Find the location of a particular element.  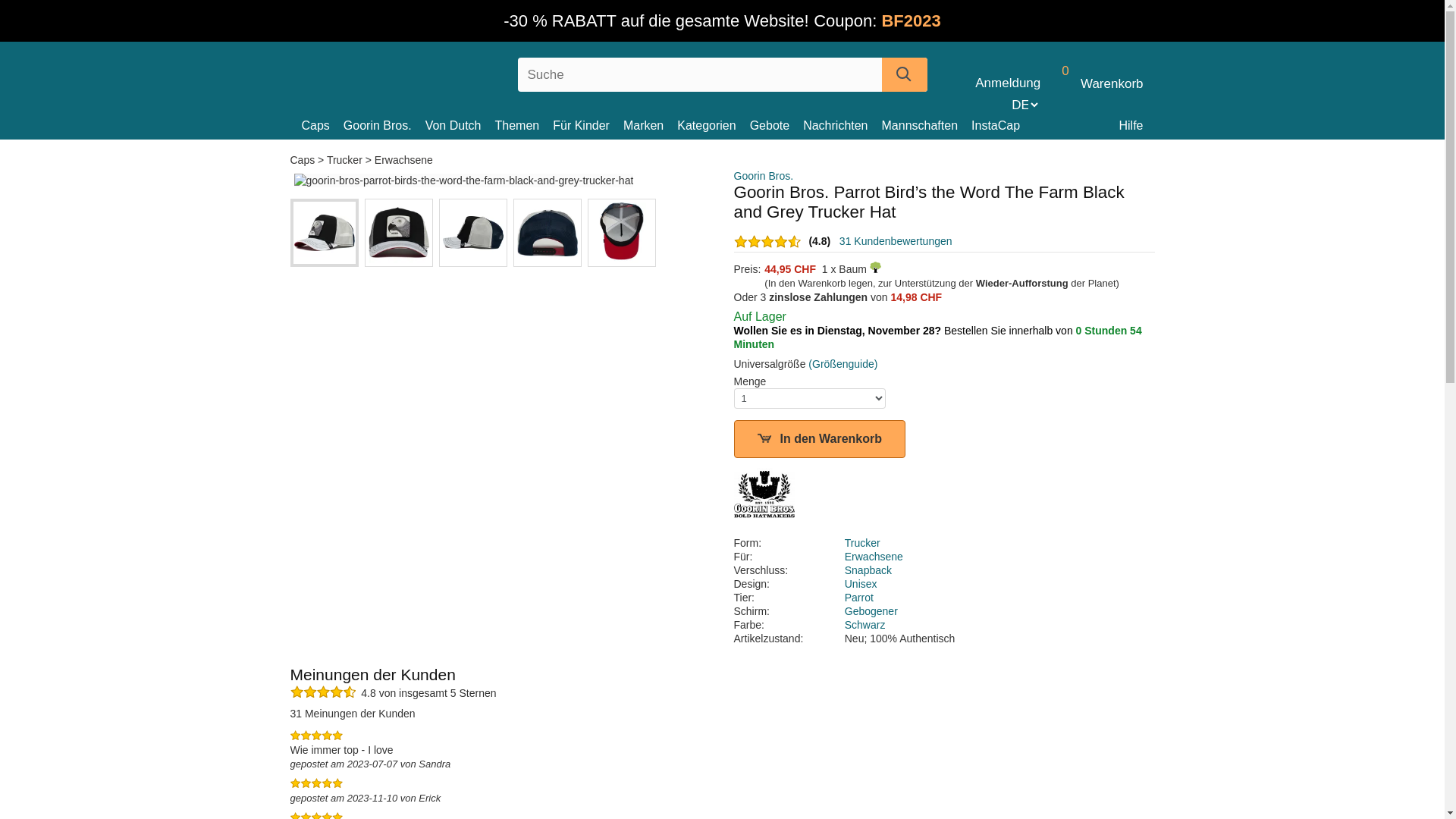

'Caps' is located at coordinates (290, 160).